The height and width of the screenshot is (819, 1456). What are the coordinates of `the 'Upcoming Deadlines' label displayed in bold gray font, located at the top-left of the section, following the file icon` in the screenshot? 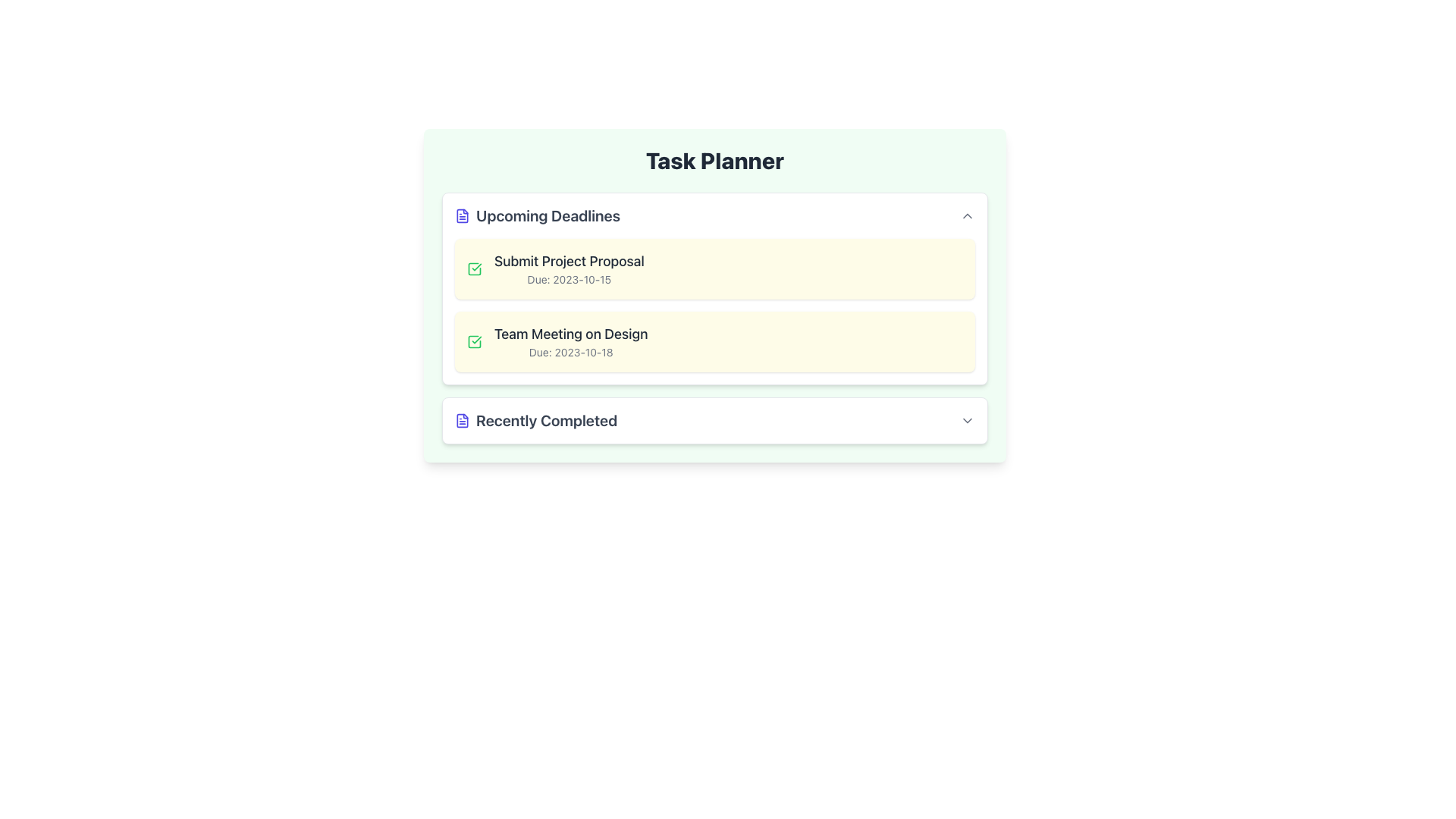 It's located at (548, 216).